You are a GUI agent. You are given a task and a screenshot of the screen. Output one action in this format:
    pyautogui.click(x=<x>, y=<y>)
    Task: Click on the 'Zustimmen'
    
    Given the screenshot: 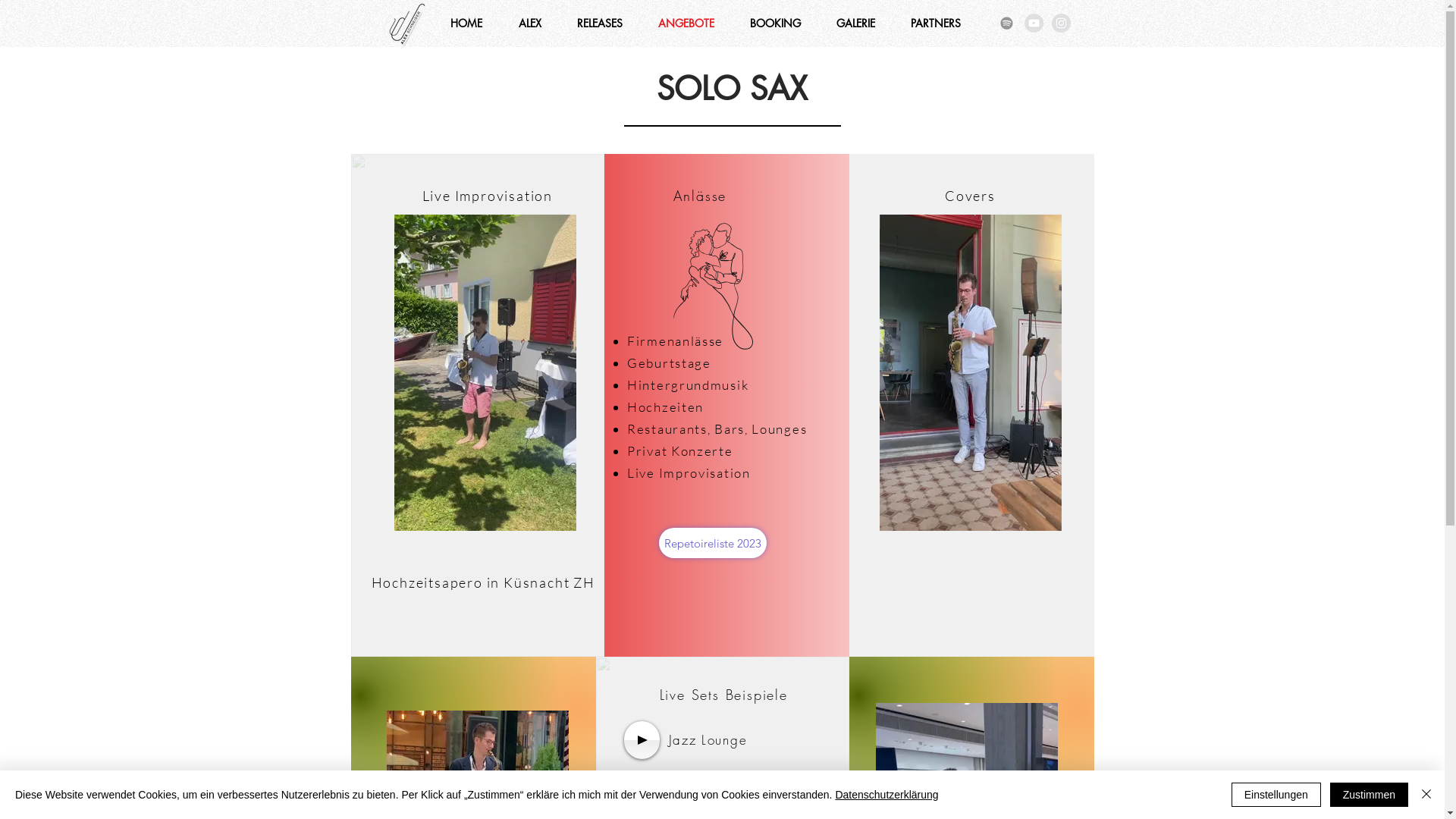 What is the action you would take?
    pyautogui.click(x=1369, y=794)
    